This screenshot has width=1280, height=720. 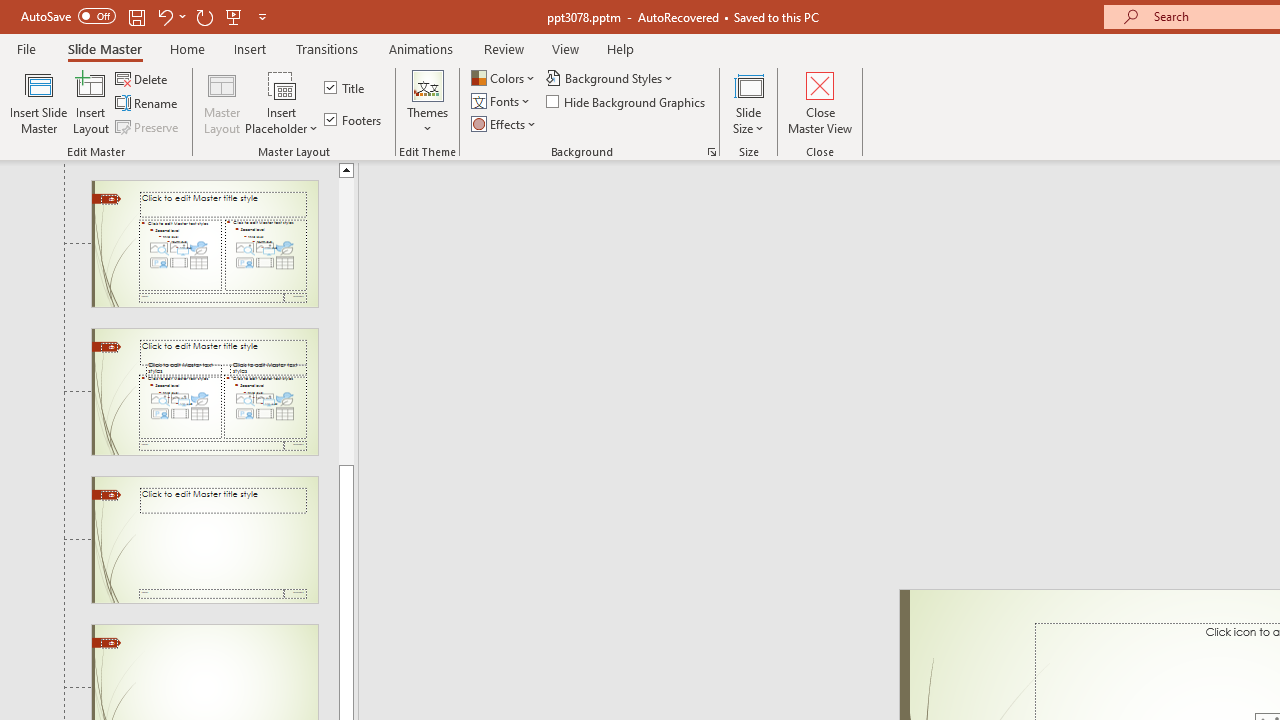 What do you see at coordinates (222, 103) in the screenshot?
I see `'Master Layout...'` at bounding box center [222, 103].